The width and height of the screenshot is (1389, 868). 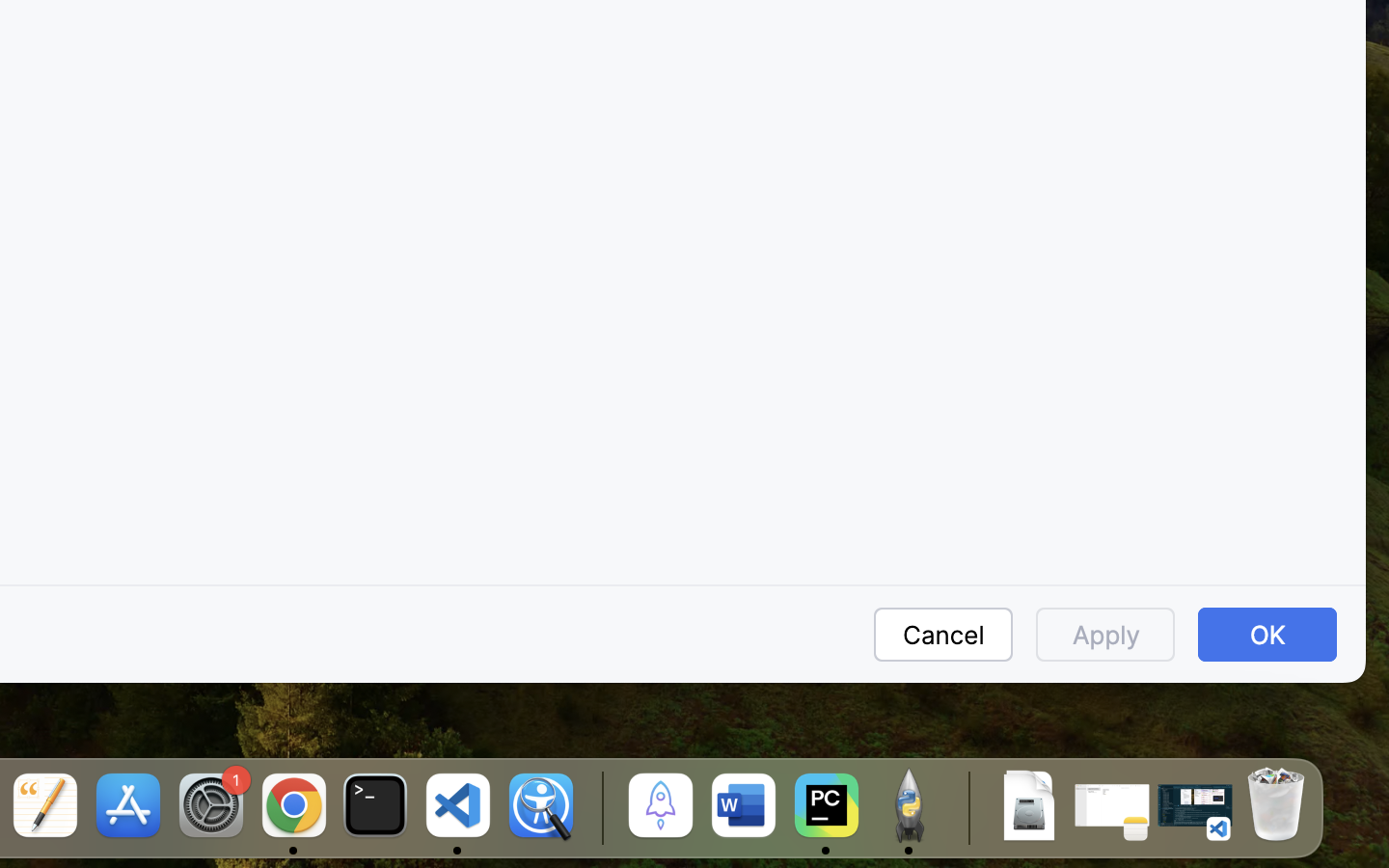 I want to click on '0.4285714328289032', so click(x=598, y=807).